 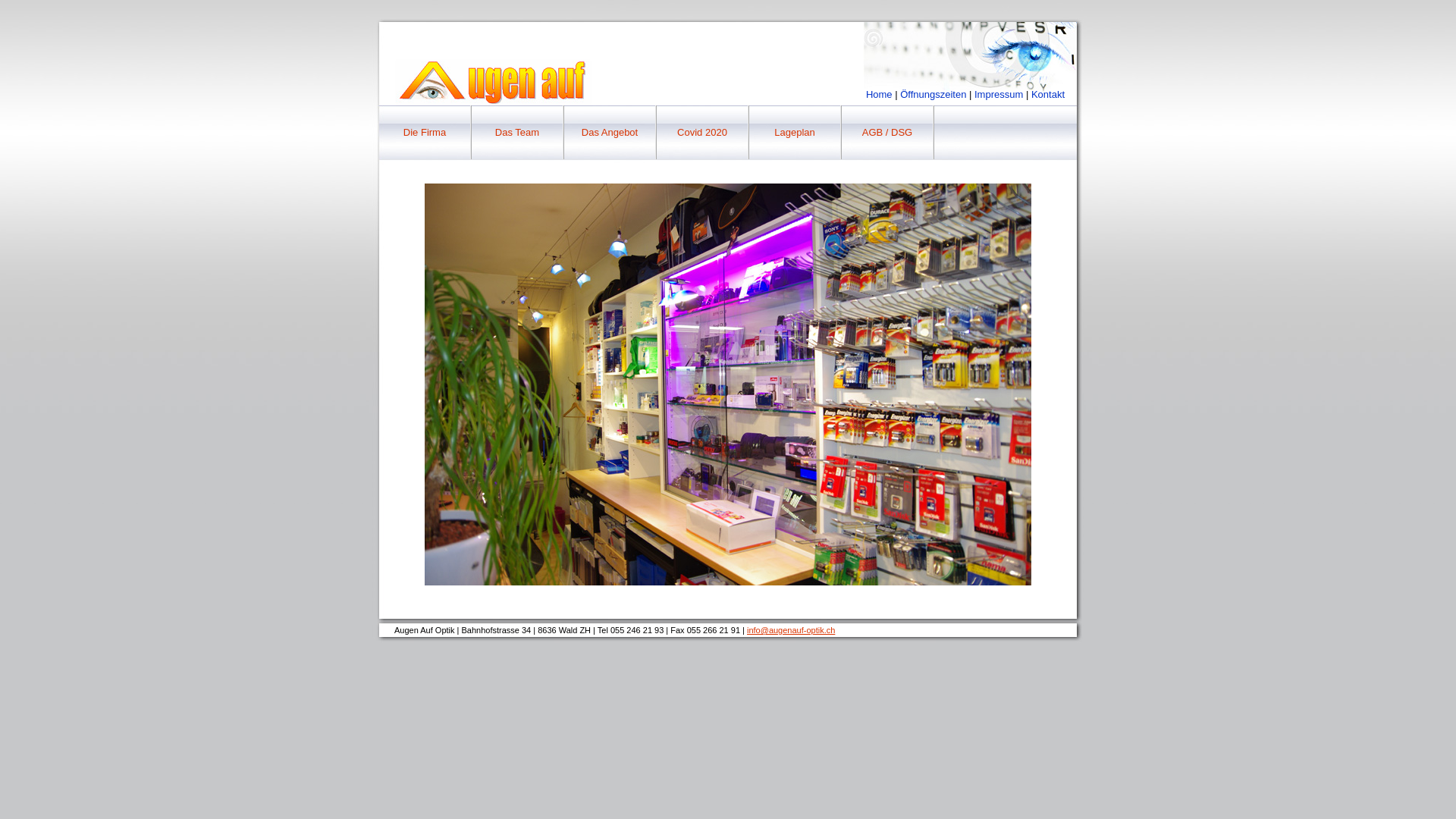 What do you see at coordinates (656, 131) in the screenshot?
I see `'Covid 2020'` at bounding box center [656, 131].